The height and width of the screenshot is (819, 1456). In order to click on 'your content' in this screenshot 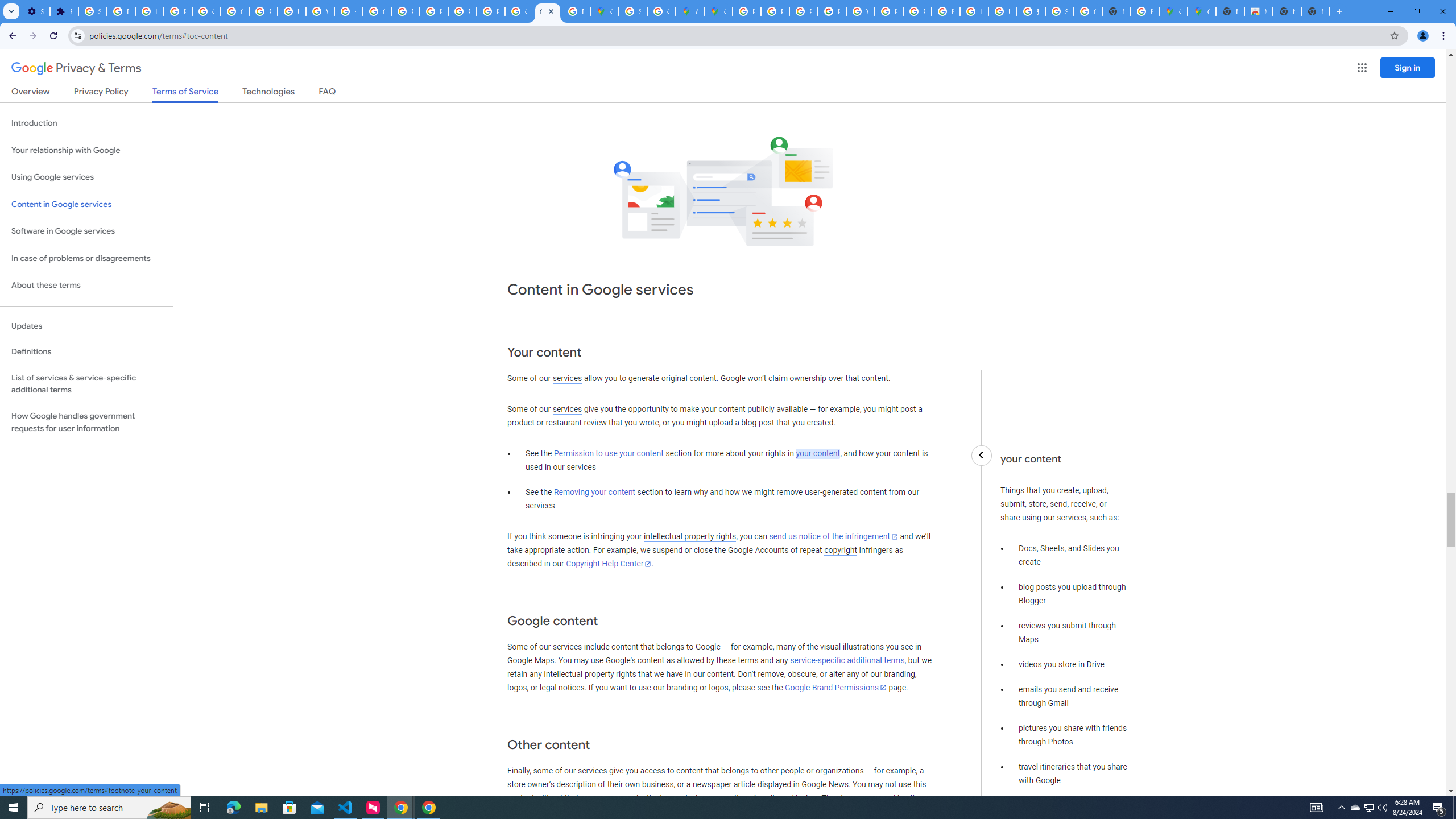, I will do `click(817, 453)`.